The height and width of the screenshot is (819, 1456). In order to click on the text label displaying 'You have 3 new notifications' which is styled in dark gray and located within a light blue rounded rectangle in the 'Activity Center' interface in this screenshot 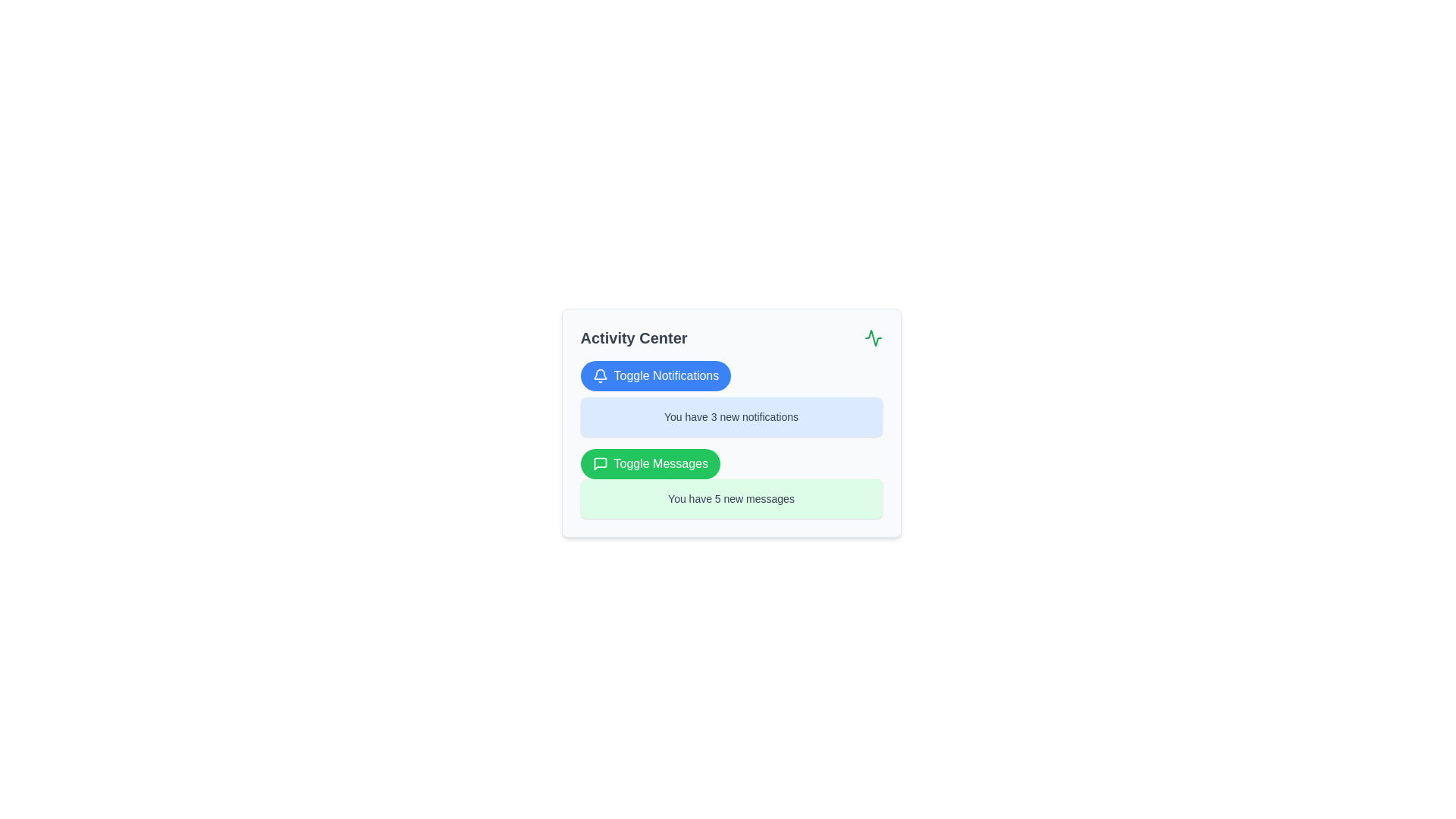, I will do `click(731, 417)`.